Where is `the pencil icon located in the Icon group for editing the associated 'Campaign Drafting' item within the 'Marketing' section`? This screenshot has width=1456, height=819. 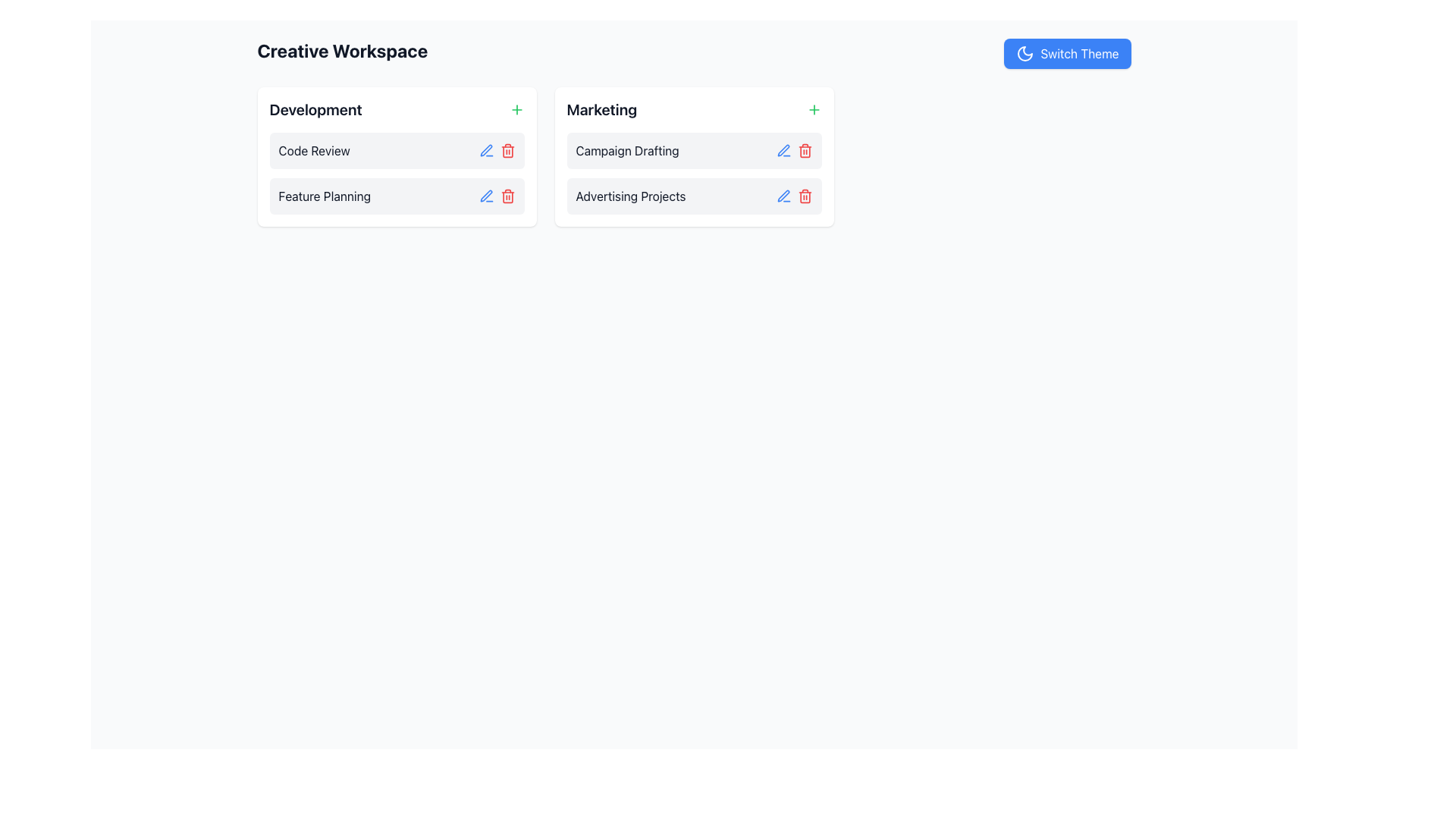
the pencil icon located in the Icon group for editing the associated 'Campaign Drafting' item within the 'Marketing' section is located at coordinates (793, 151).